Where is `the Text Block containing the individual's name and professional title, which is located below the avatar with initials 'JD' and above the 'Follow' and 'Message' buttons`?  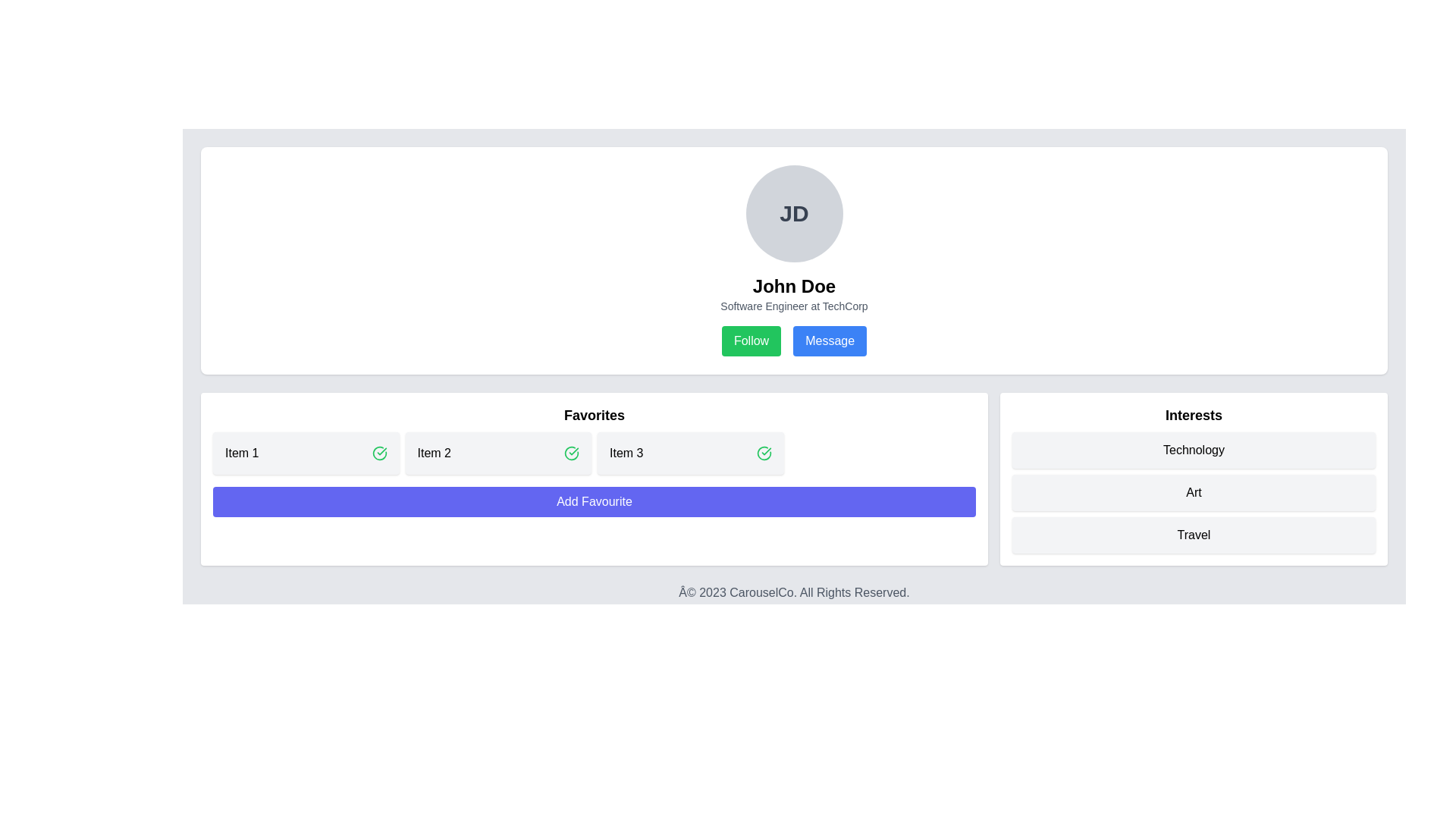 the Text Block containing the individual's name and professional title, which is located below the avatar with initials 'JD' and above the 'Follow' and 'Message' buttons is located at coordinates (793, 294).